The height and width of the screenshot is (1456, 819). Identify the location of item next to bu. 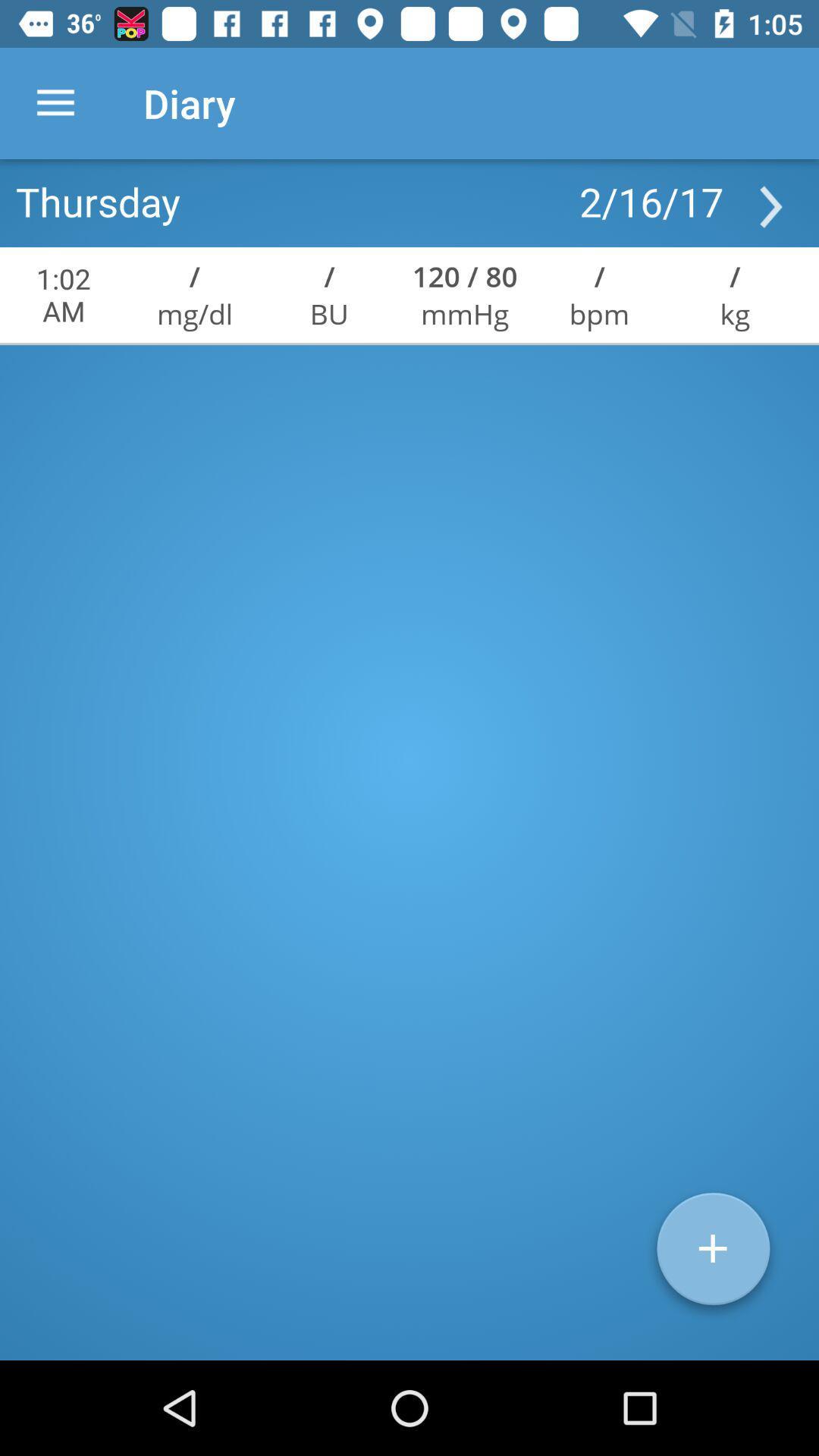
(464, 312).